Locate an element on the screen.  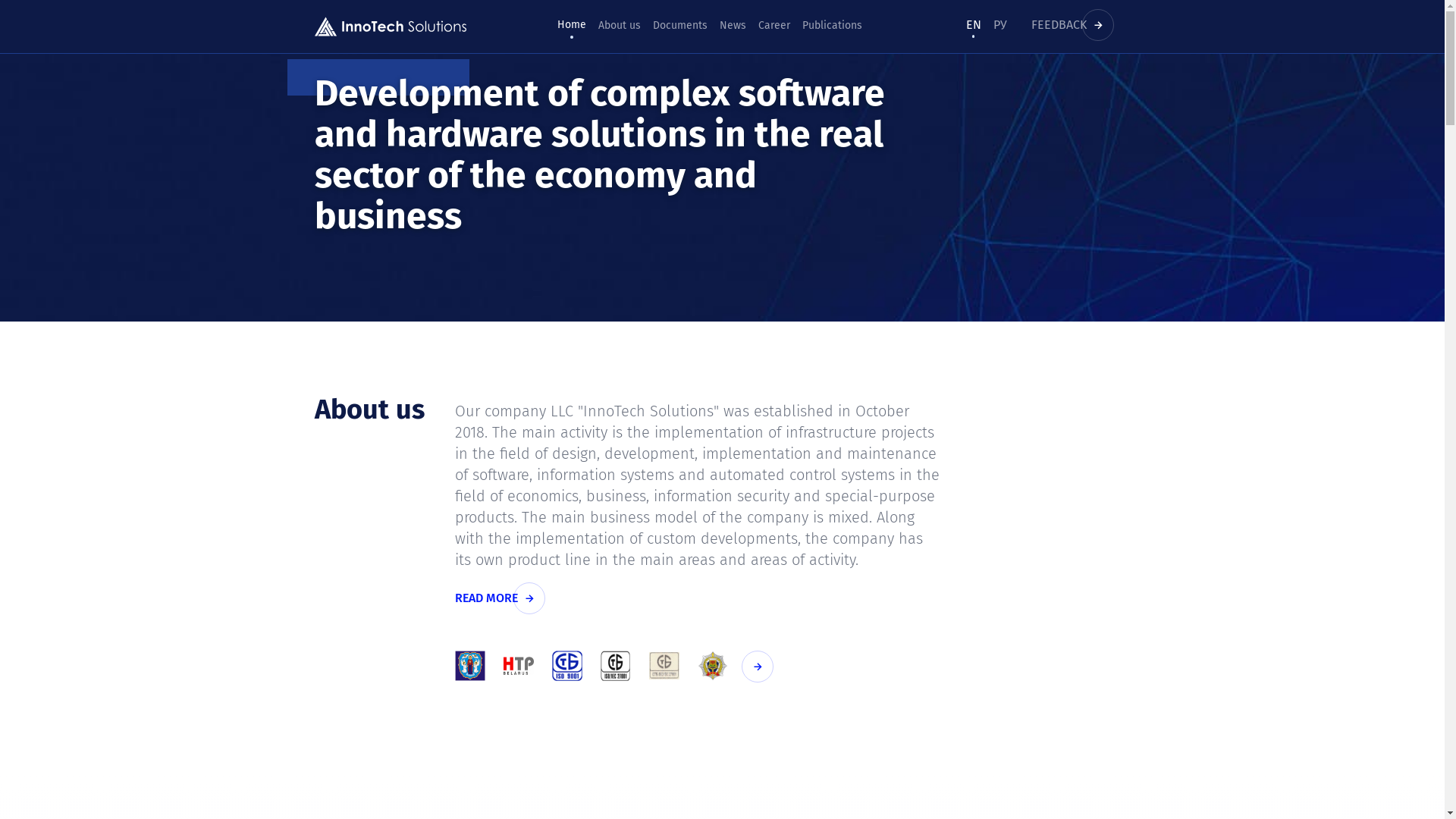
'READ MORE' is located at coordinates (502, 598).